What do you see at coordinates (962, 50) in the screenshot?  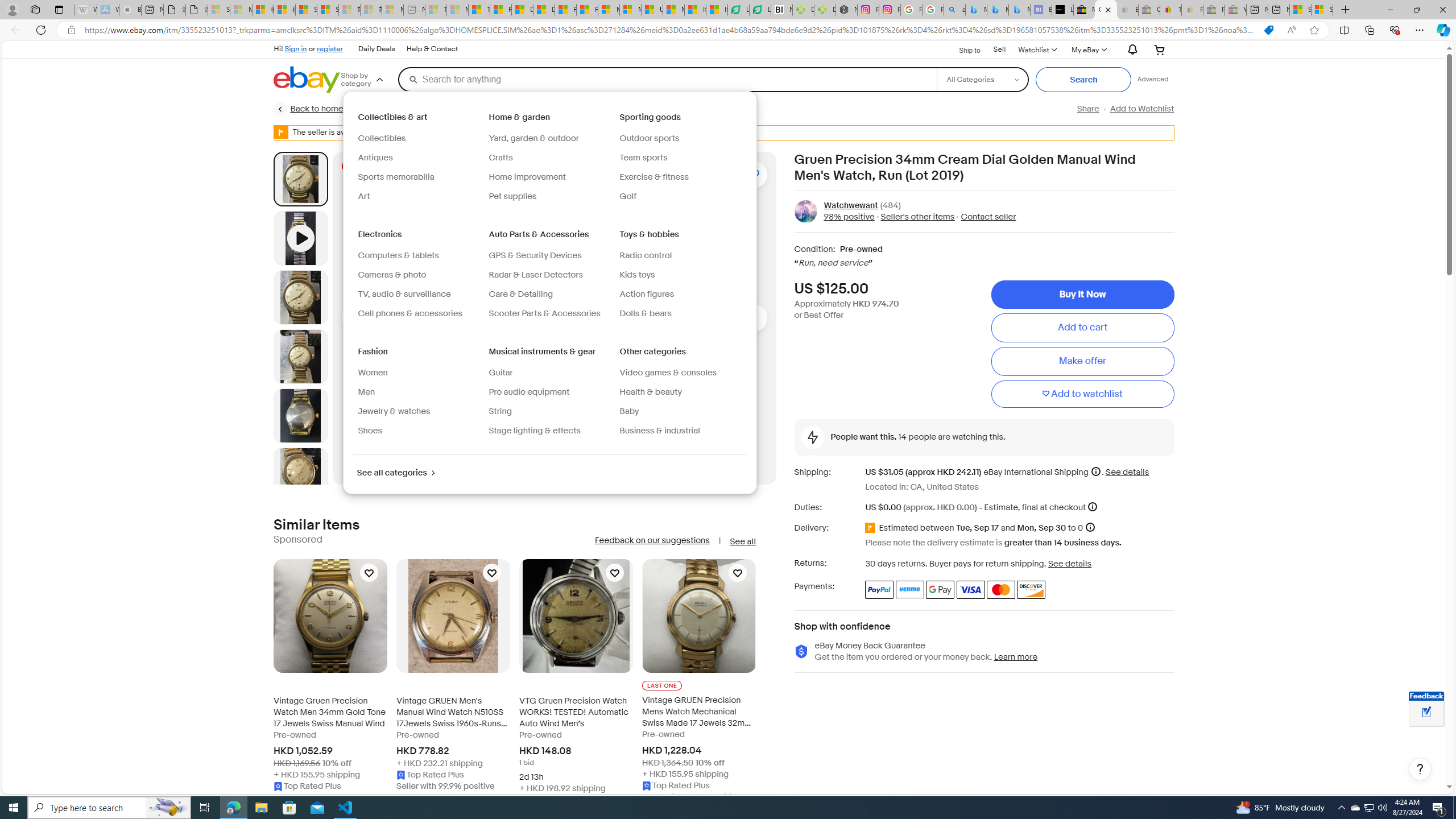 I see `'Ship to'` at bounding box center [962, 50].